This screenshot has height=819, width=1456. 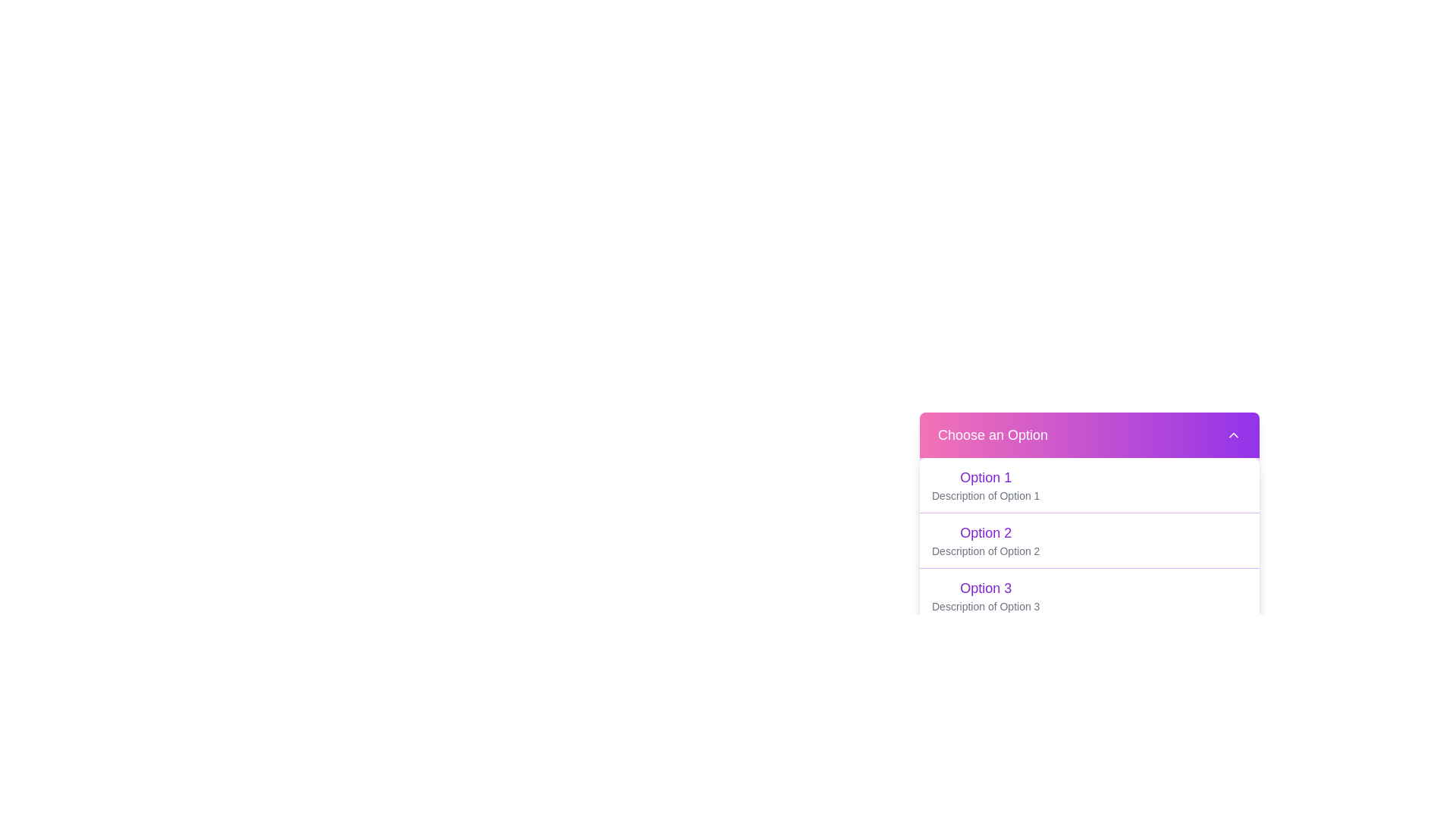 What do you see at coordinates (986, 587) in the screenshot?
I see `the text label for the third option in the dropdown list, which is positioned directly above the description of 'Description of Option 3'` at bounding box center [986, 587].